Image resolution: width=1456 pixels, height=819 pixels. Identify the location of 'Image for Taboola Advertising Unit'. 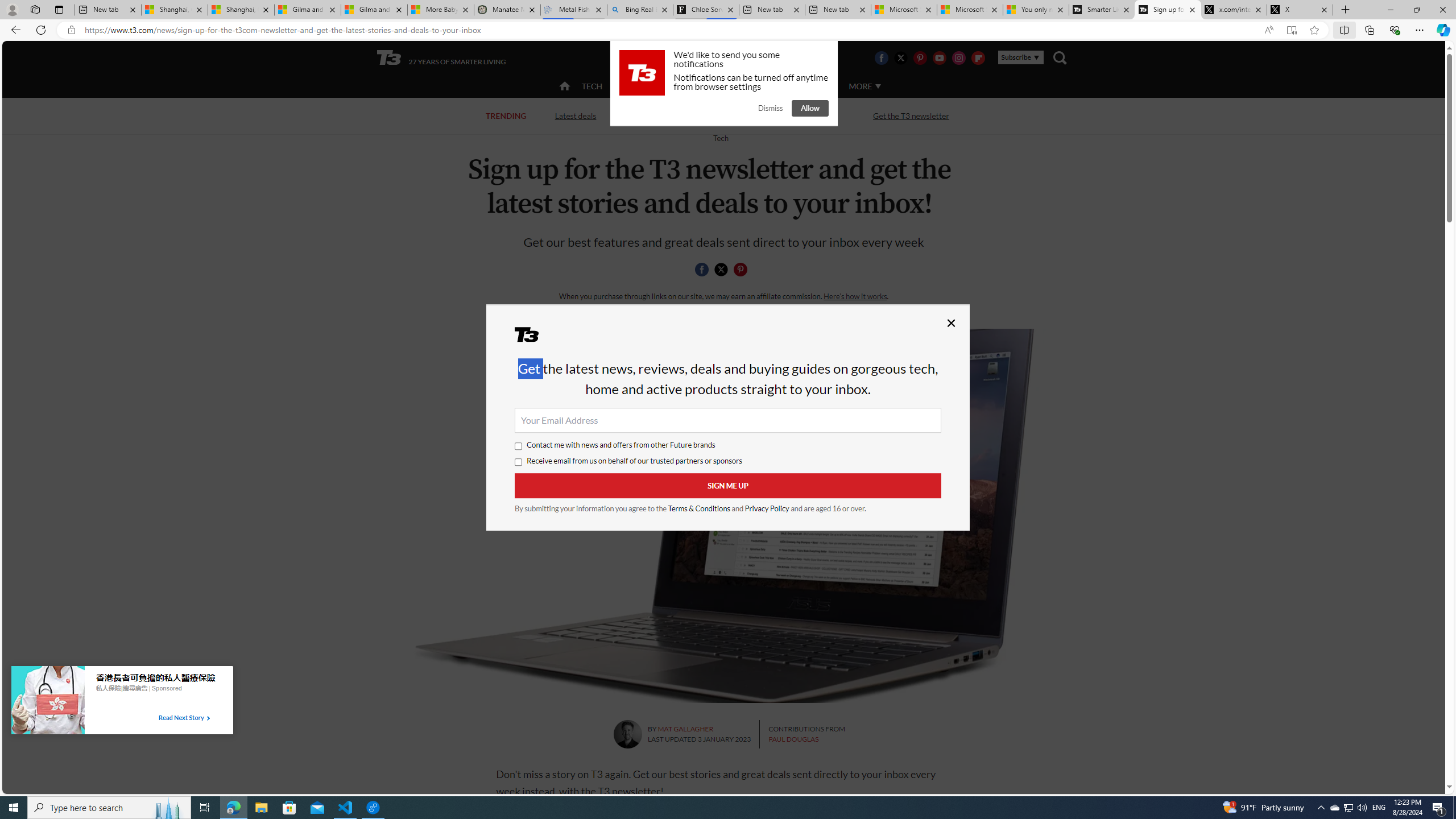
(47, 702).